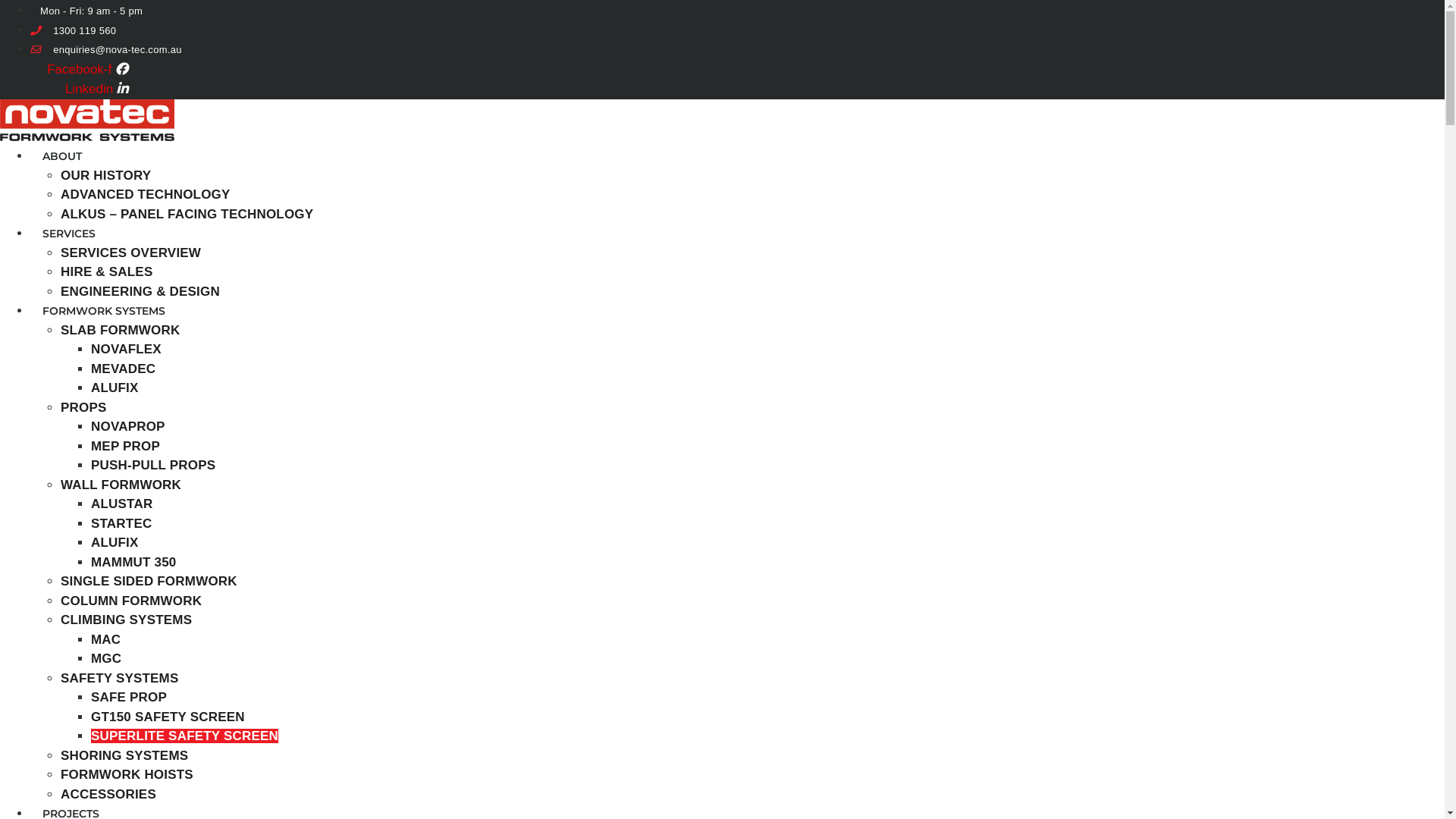 This screenshot has height=819, width=1456. I want to click on 'enquiries@nova-tec.com.au', so click(105, 49).